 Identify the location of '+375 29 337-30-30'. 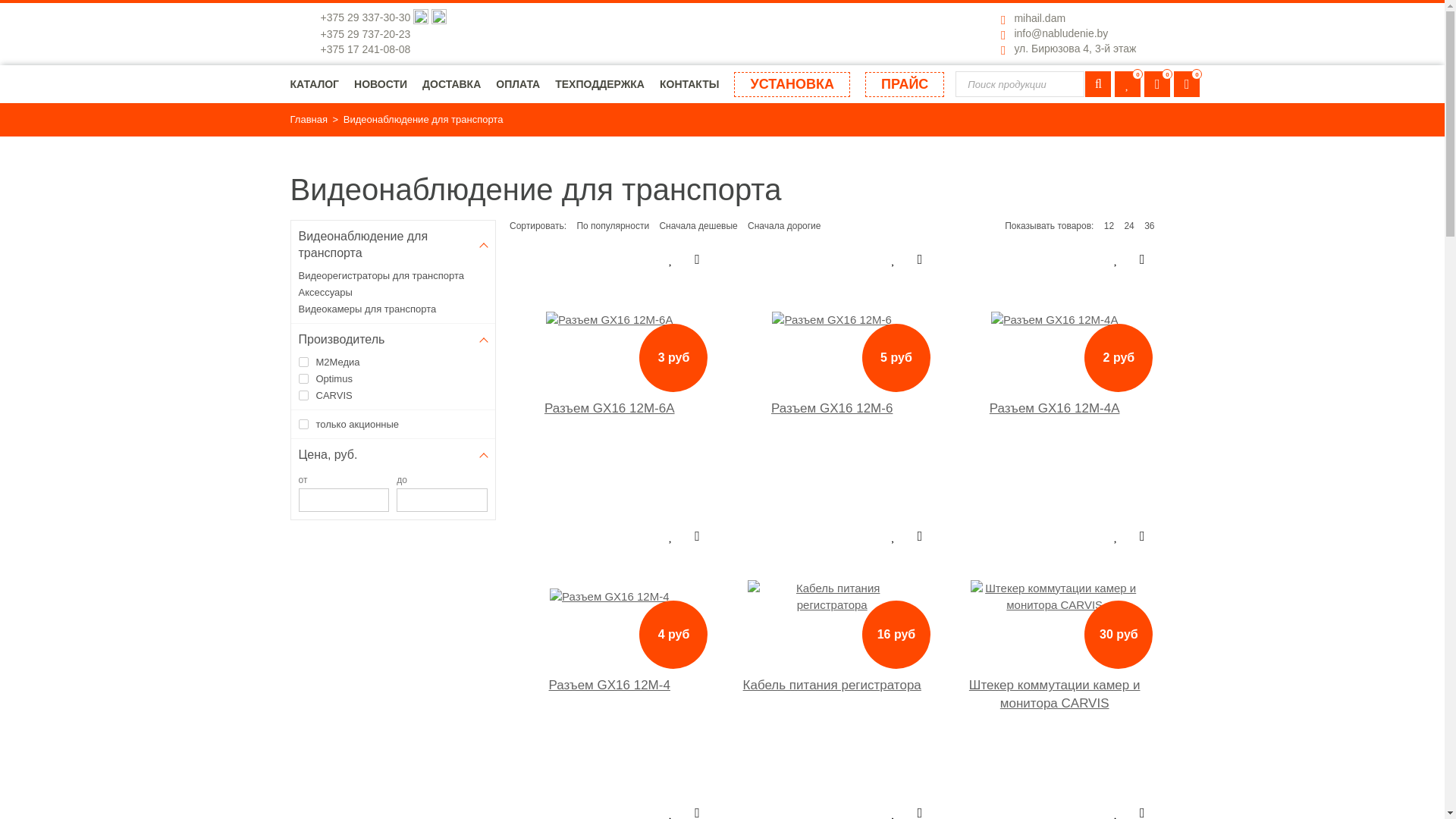
(366, 17).